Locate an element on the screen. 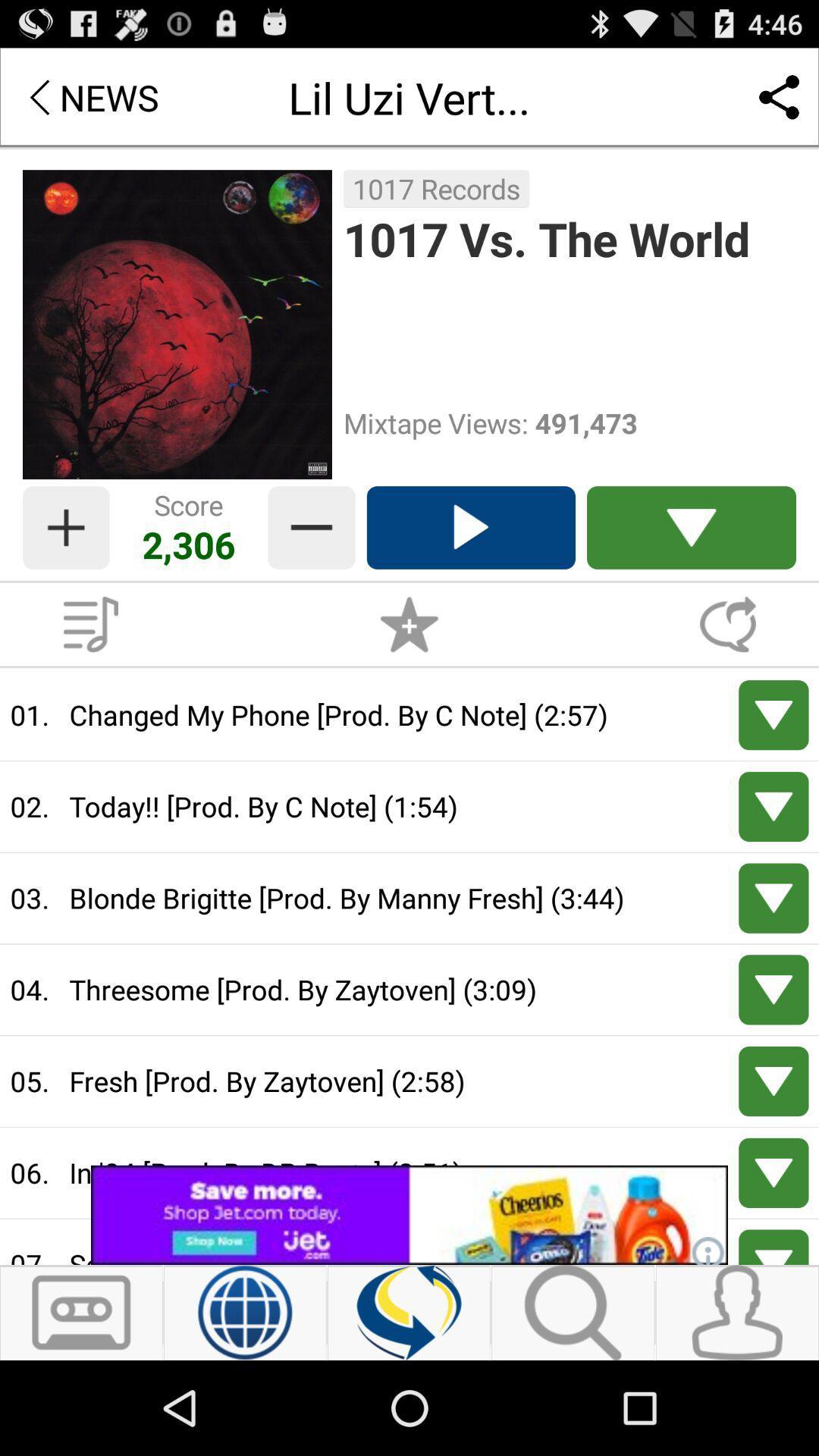 The height and width of the screenshot is (1456, 819). down is located at coordinates (773, 714).